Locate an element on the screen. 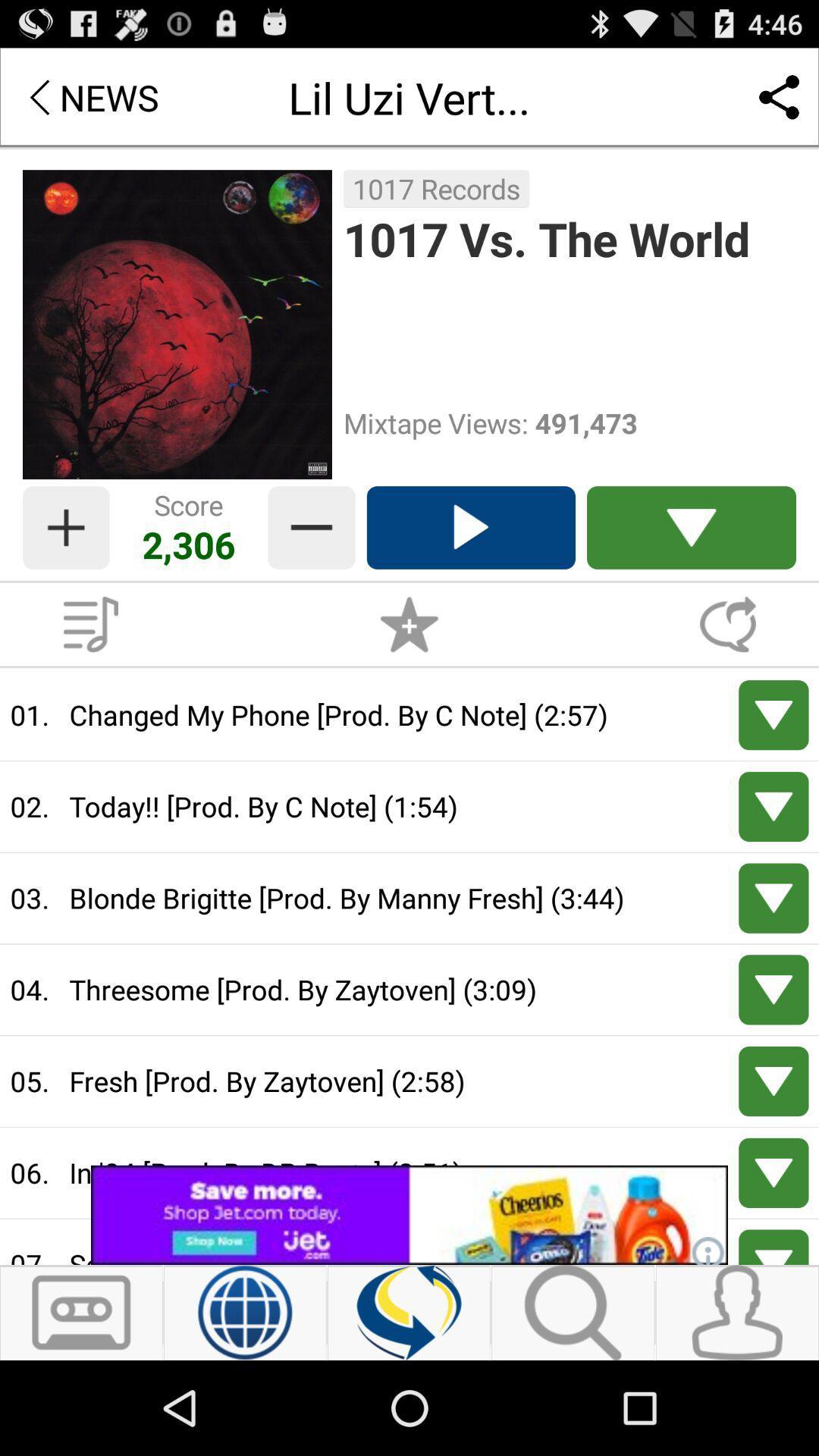 The height and width of the screenshot is (1456, 819). down is located at coordinates (773, 714).